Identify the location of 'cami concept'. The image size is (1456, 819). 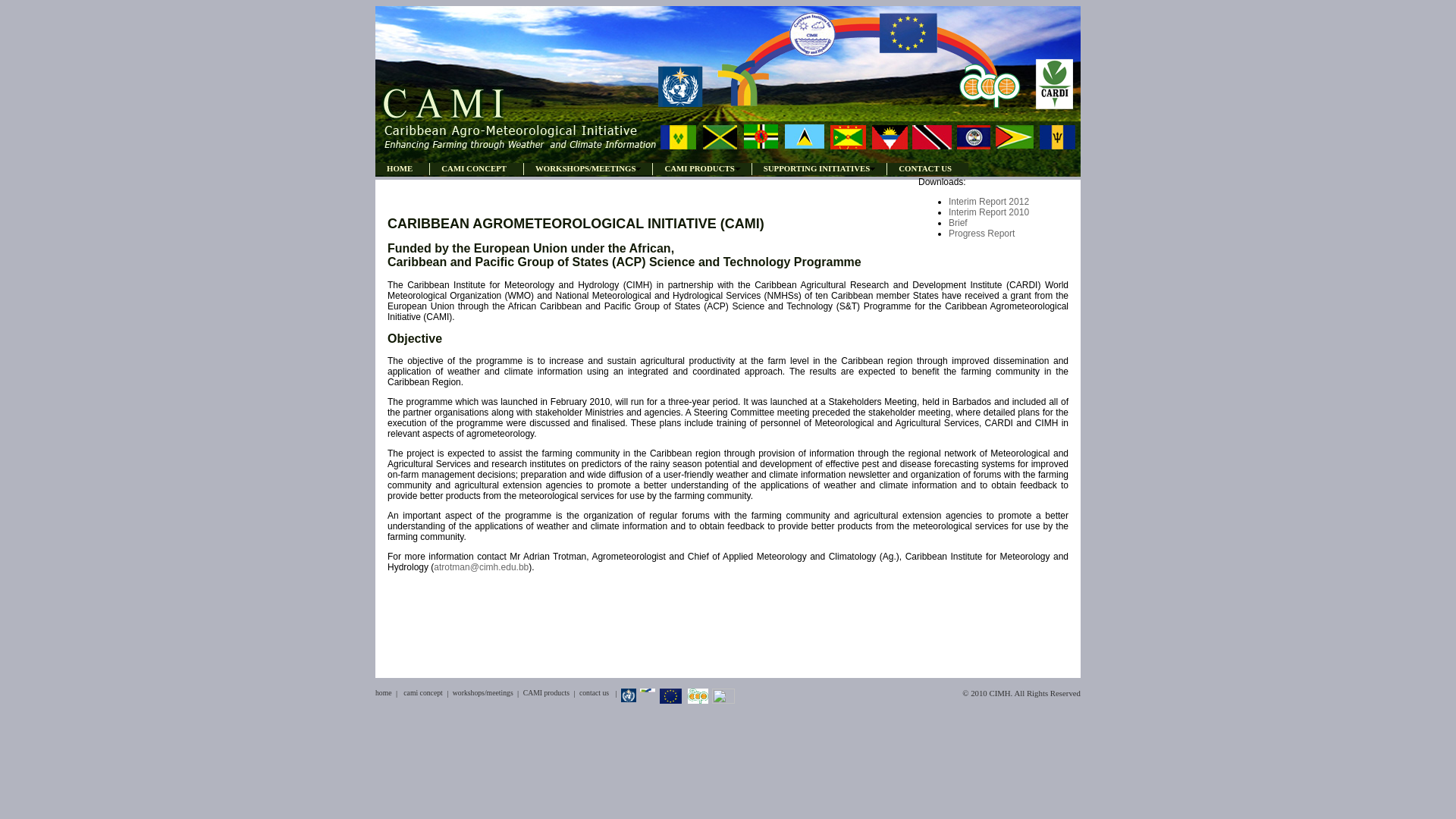
(422, 692).